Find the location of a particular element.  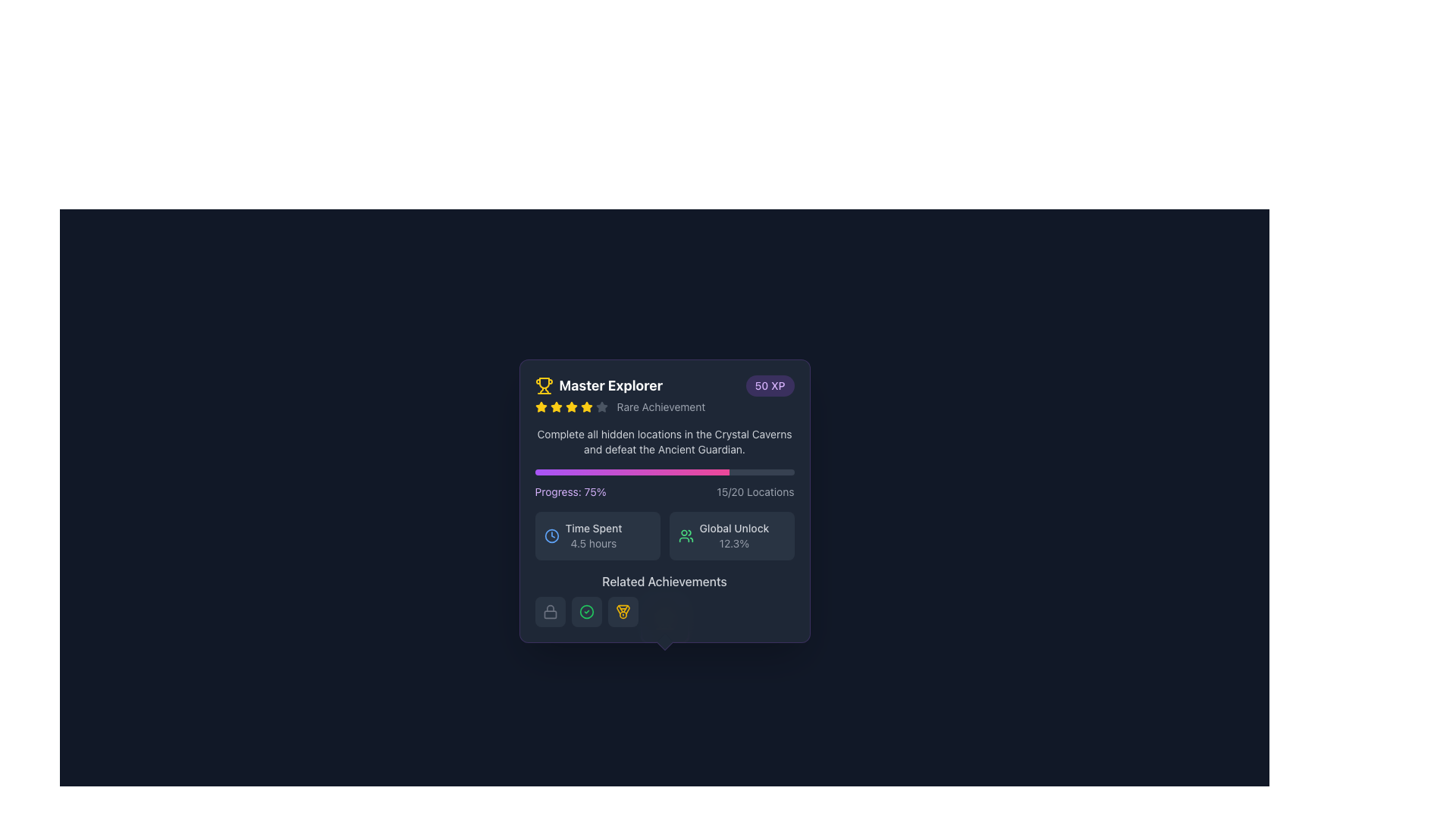

the percentage completion displayed on the Progress indicator located in the center of the 'Master Explorer' card, below its descriptive text is located at coordinates (664, 485).